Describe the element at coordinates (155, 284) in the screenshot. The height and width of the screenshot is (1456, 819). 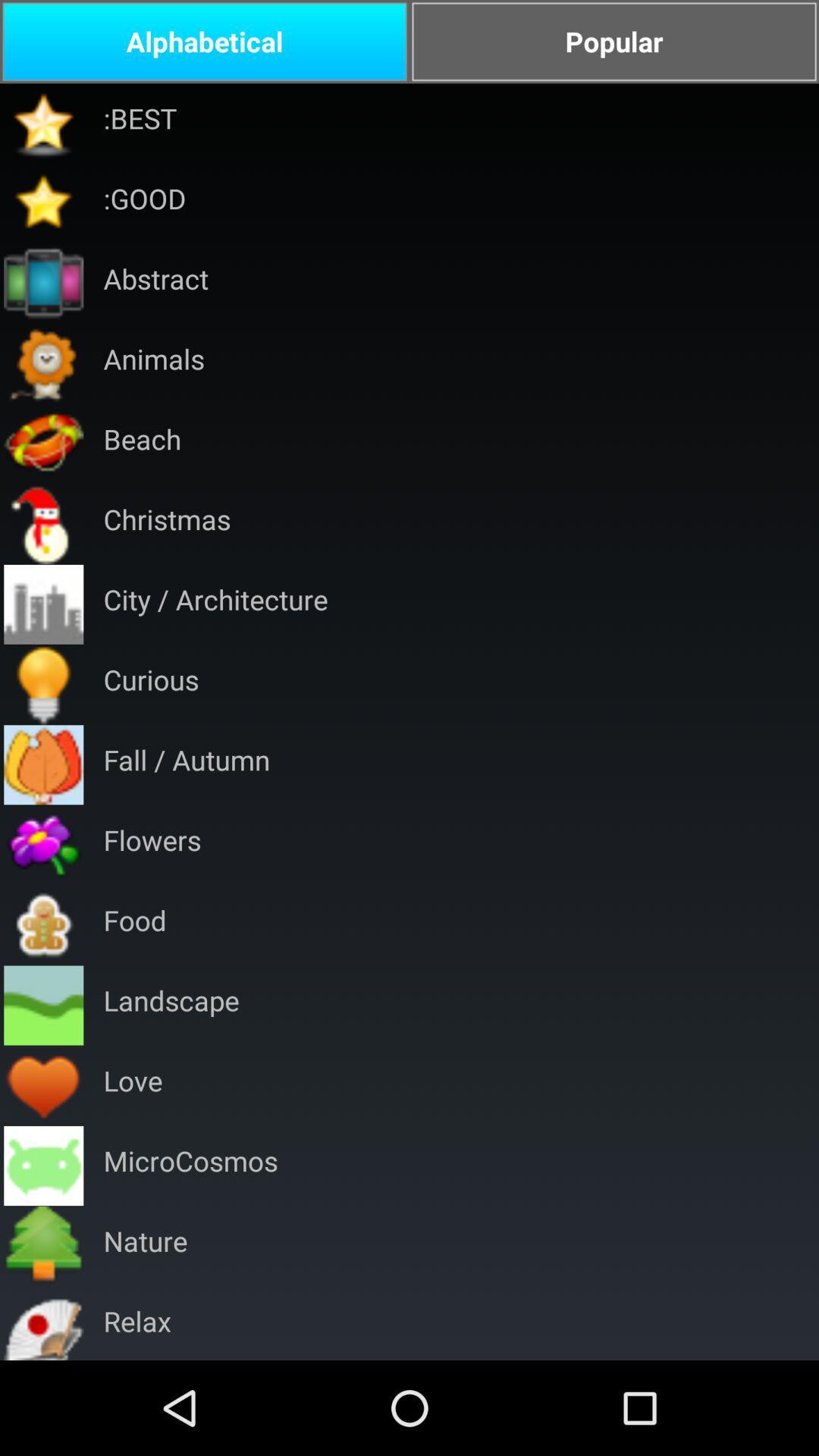
I see `abstract app` at that location.